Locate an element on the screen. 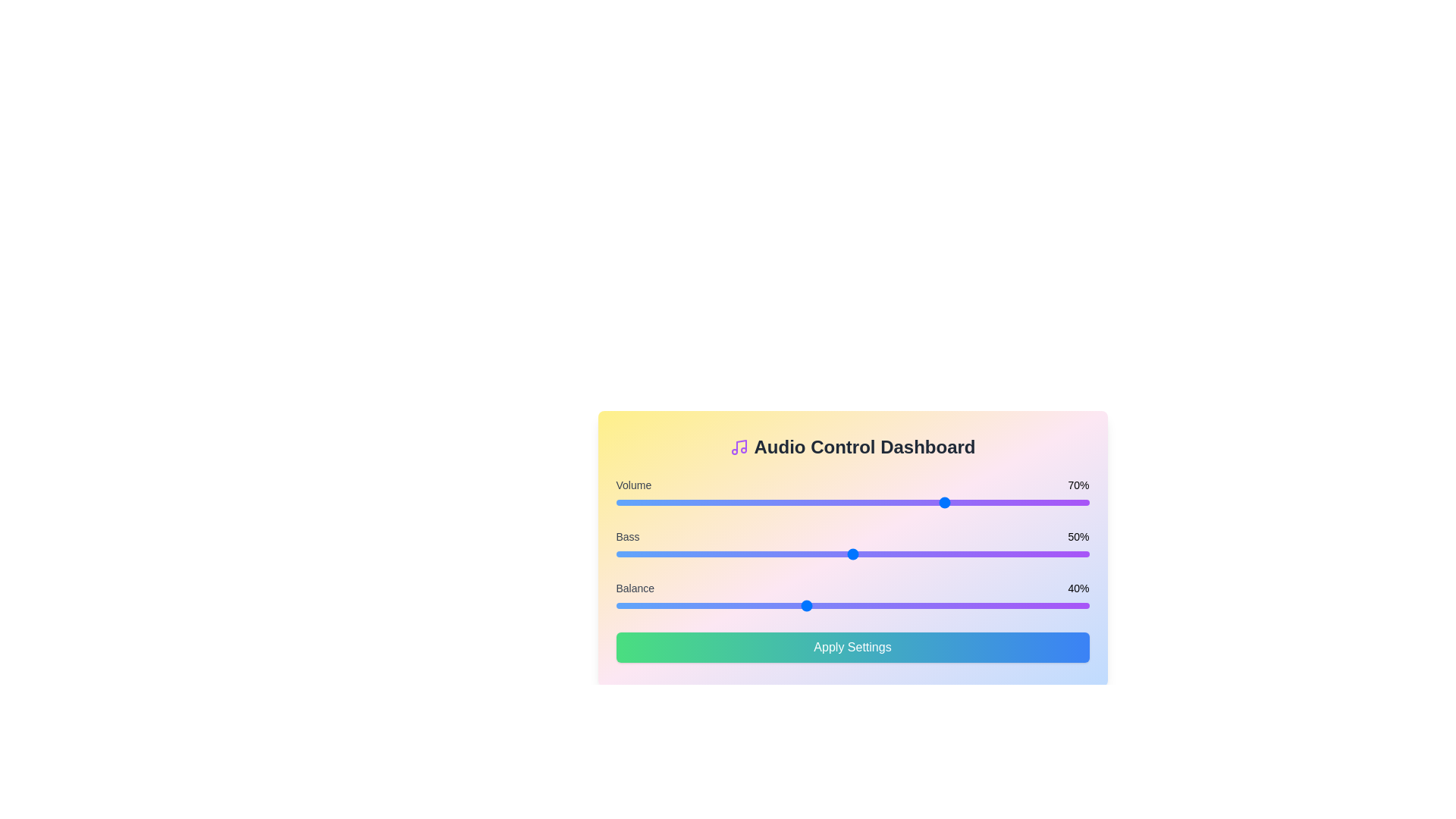 This screenshot has width=1456, height=819. the volume slider is located at coordinates (857, 503).